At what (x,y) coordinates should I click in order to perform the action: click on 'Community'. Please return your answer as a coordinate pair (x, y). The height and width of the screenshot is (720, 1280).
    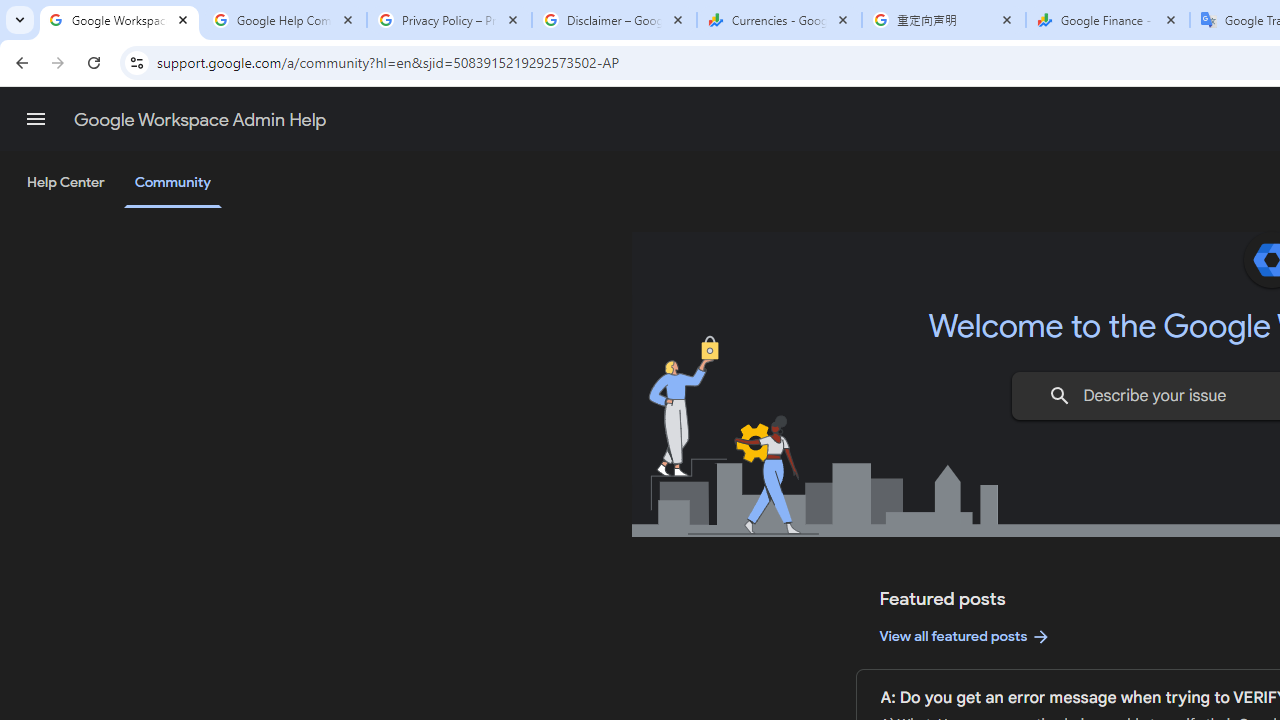
    Looking at the image, I should click on (172, 183).